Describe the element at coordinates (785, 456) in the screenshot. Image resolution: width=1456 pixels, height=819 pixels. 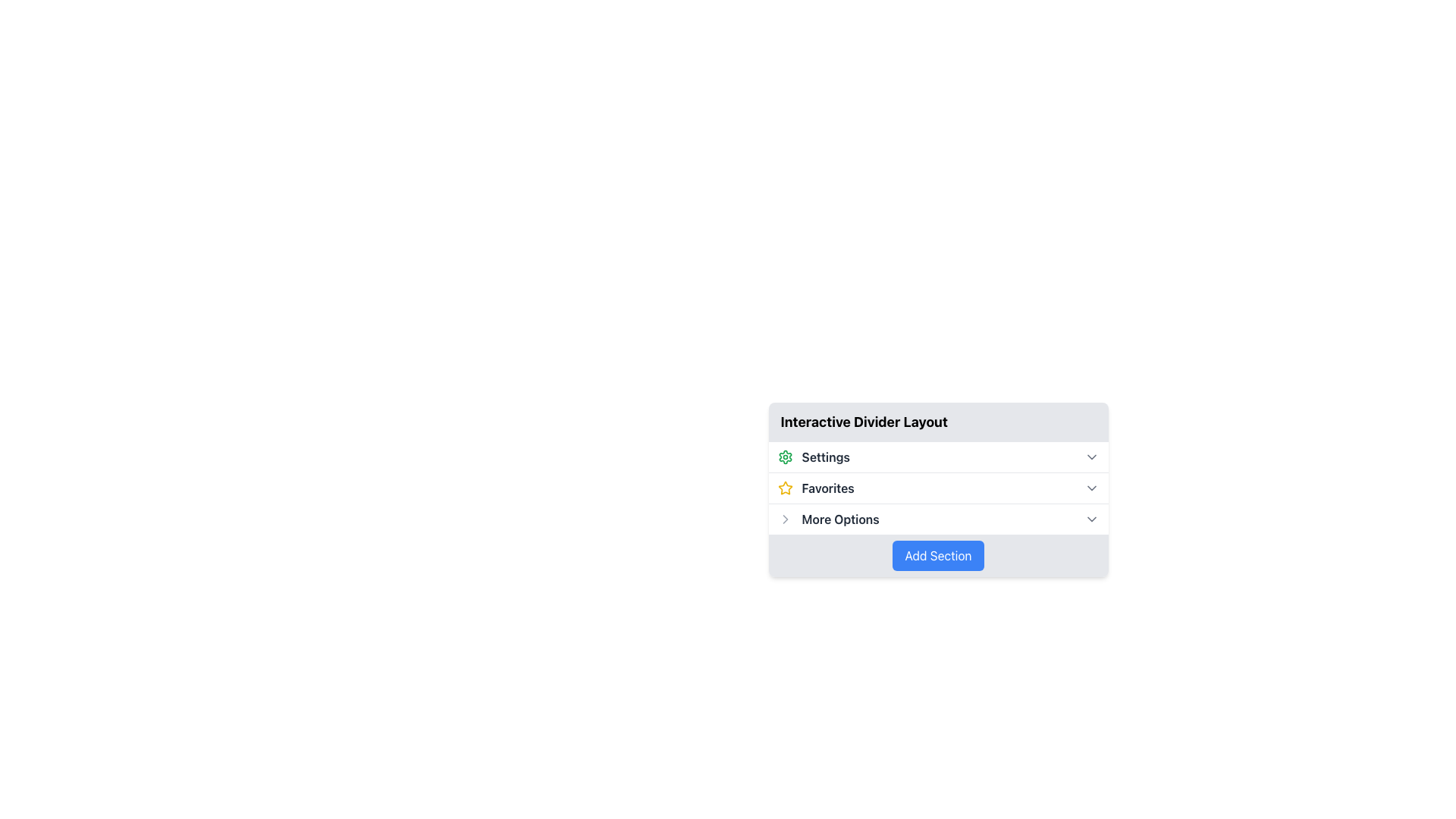
I see `the green gear icon representing settings, which is positioned to the left of the label 'Settings' in the settings dropdown list` at that location.